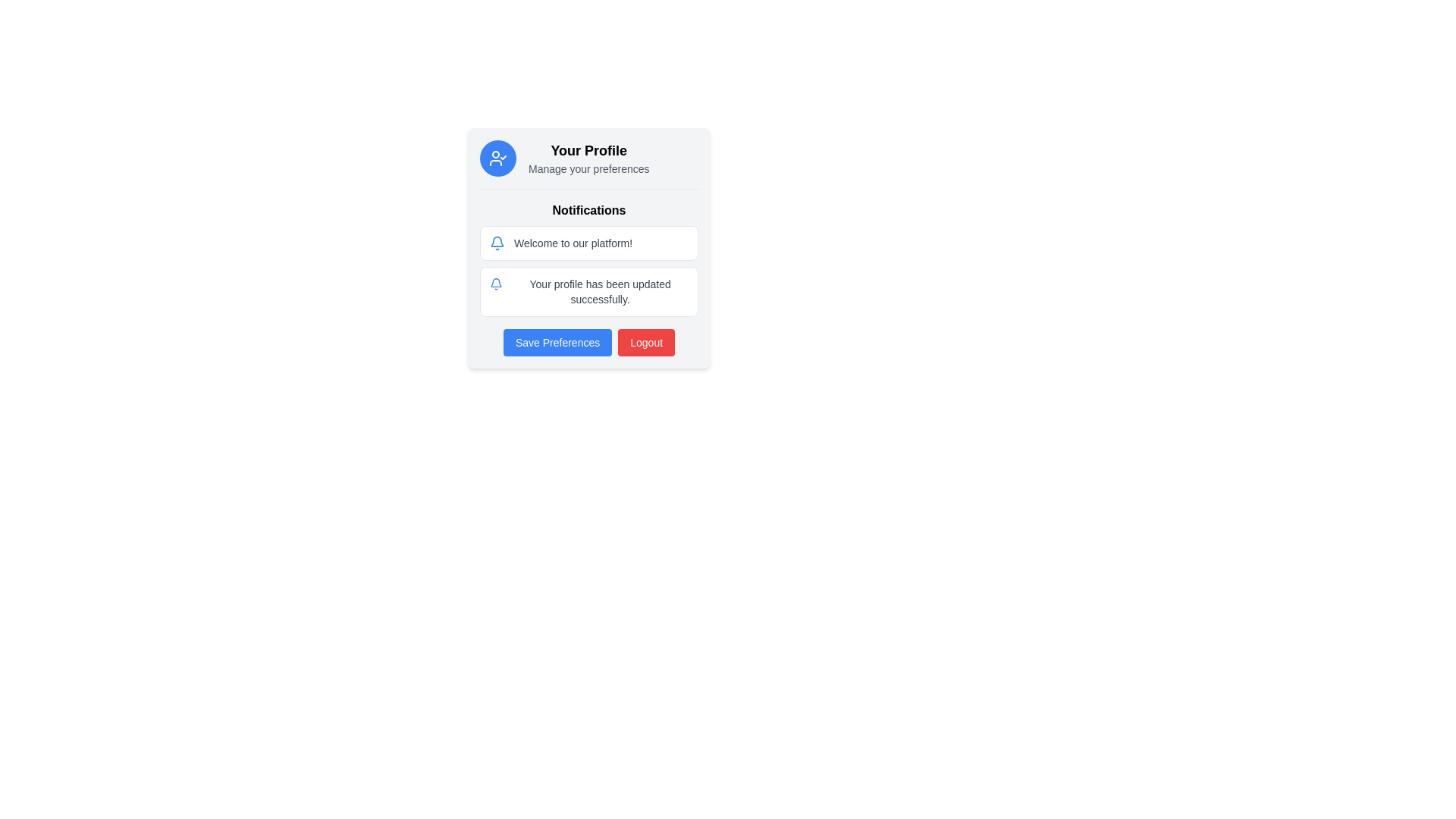 The image size is (1456, 819). I want to click on the descriptive text label located below 'Your Profile' in the user profile interface panel, so click(588, 169).